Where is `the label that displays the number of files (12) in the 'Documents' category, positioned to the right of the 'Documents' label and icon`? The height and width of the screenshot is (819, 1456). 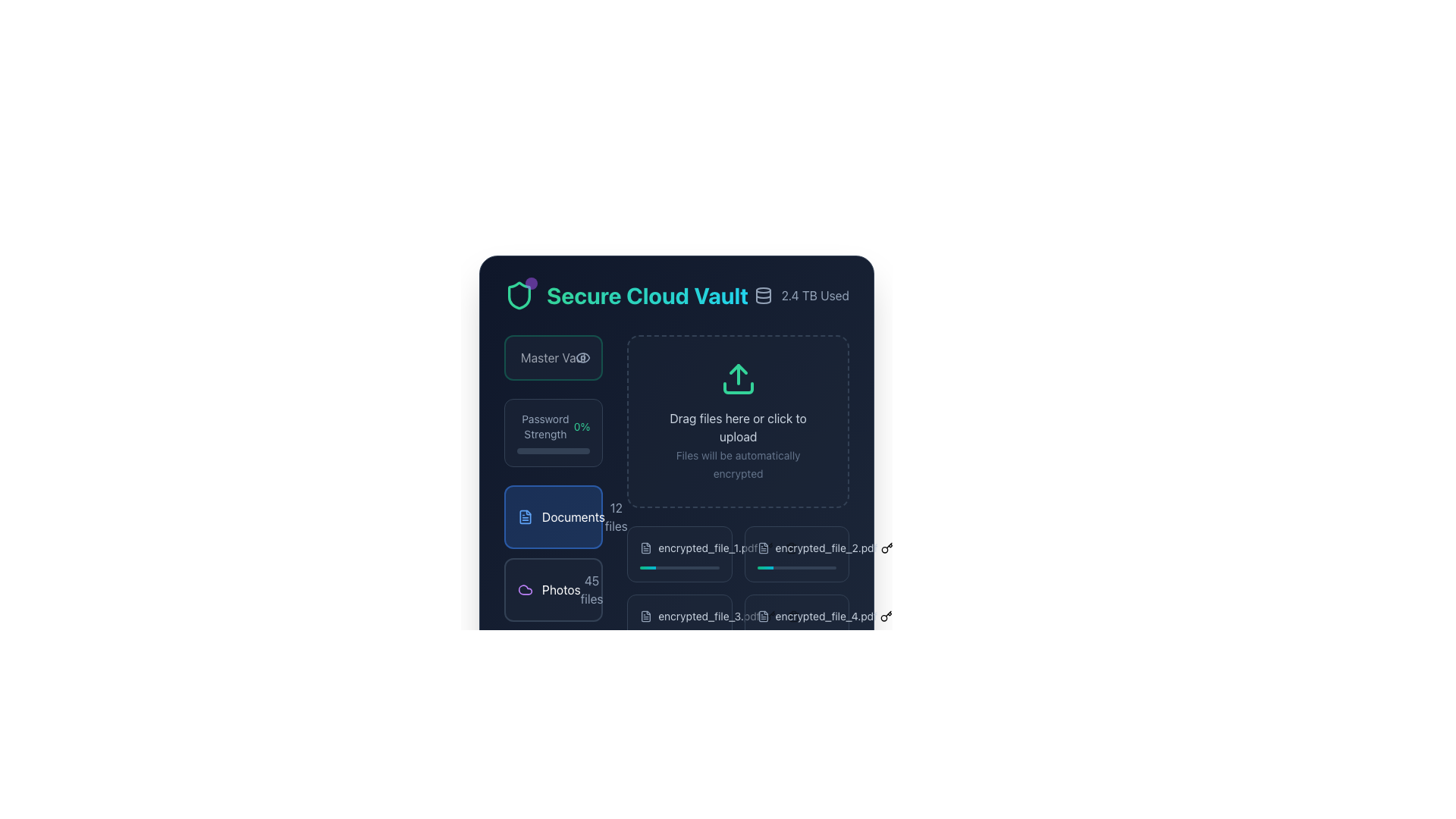
the label that displays the number of files (12) in the 'Documents' category, positioned to the right of the 'Documents' label and icon is located at coordinates (616, 516).